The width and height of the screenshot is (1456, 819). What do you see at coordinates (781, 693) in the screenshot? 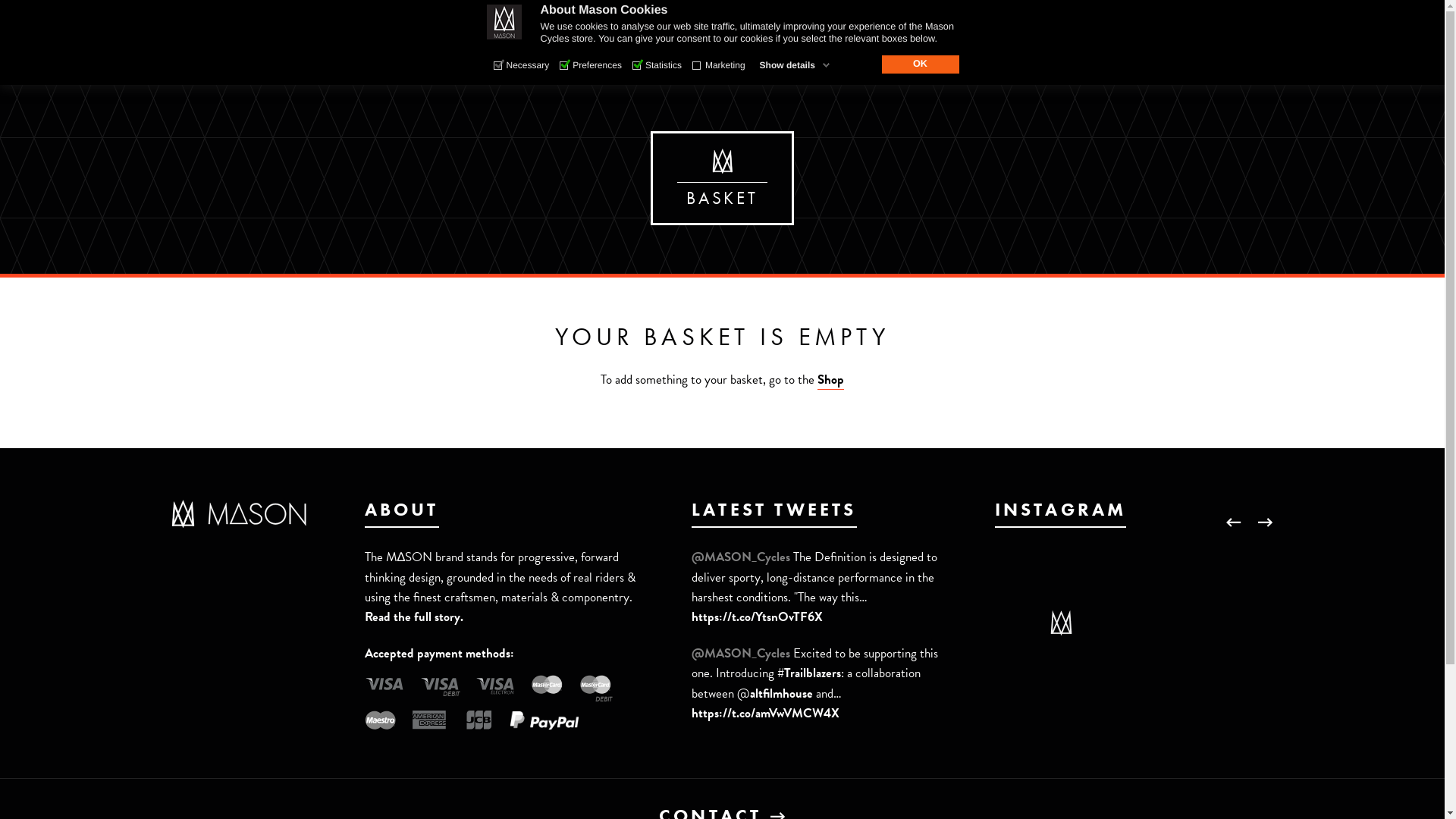
I see `'altfilmhouse'` at bounding box center [781, 693].